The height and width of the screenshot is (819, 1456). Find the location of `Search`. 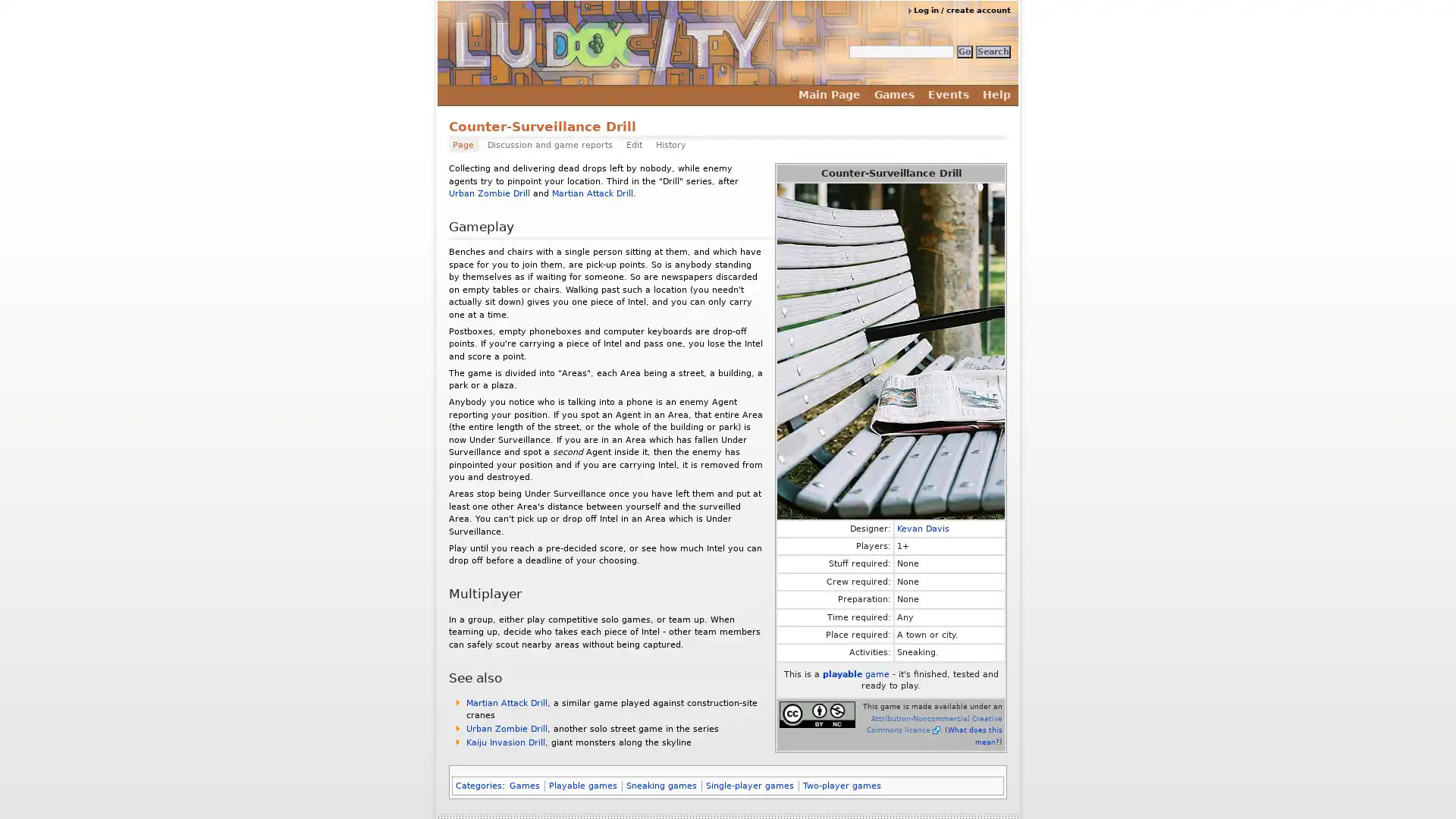

Search is located at coordinates (993, 51).